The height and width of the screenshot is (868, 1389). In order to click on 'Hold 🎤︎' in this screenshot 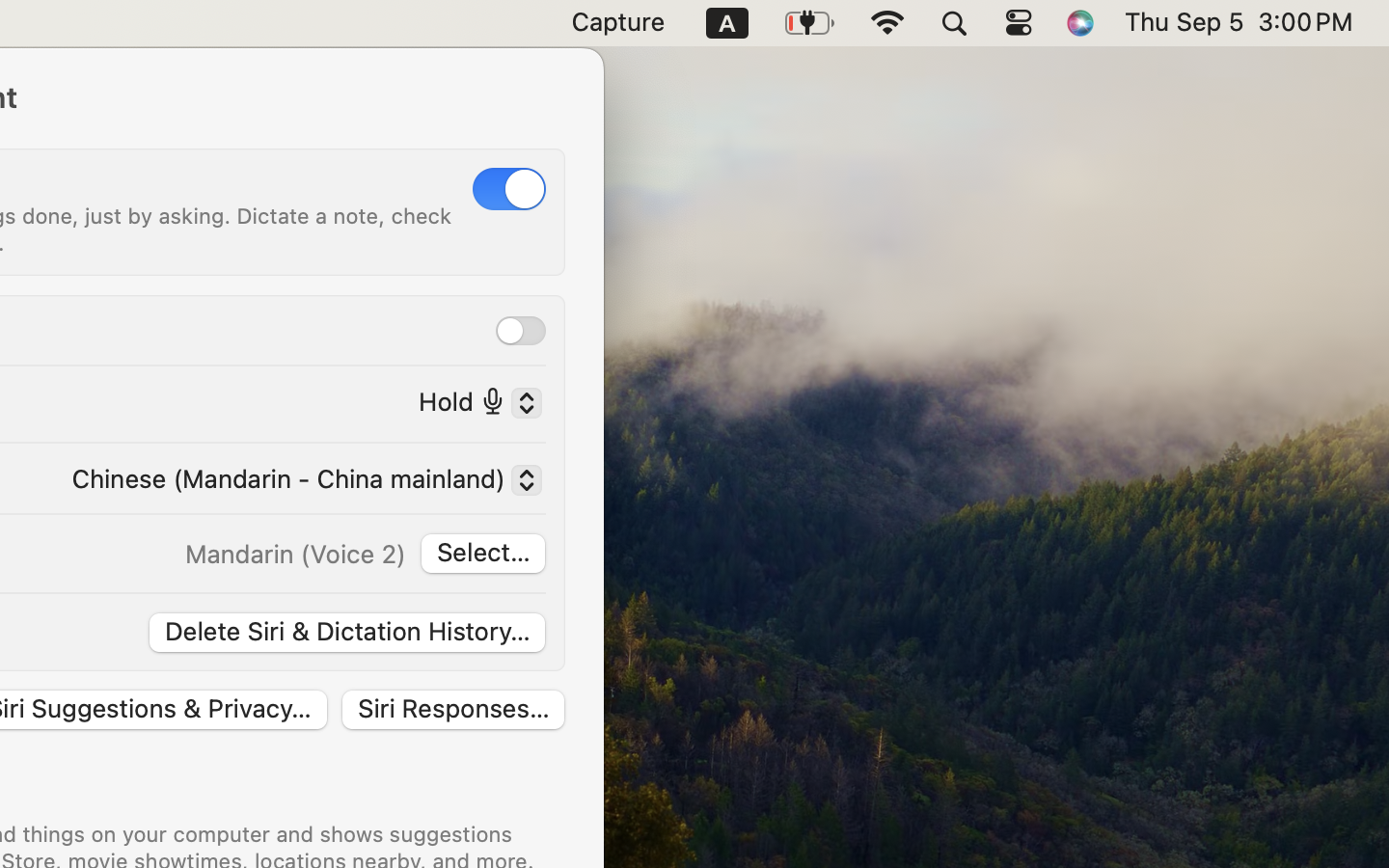, I will do `click(472, 406)`.